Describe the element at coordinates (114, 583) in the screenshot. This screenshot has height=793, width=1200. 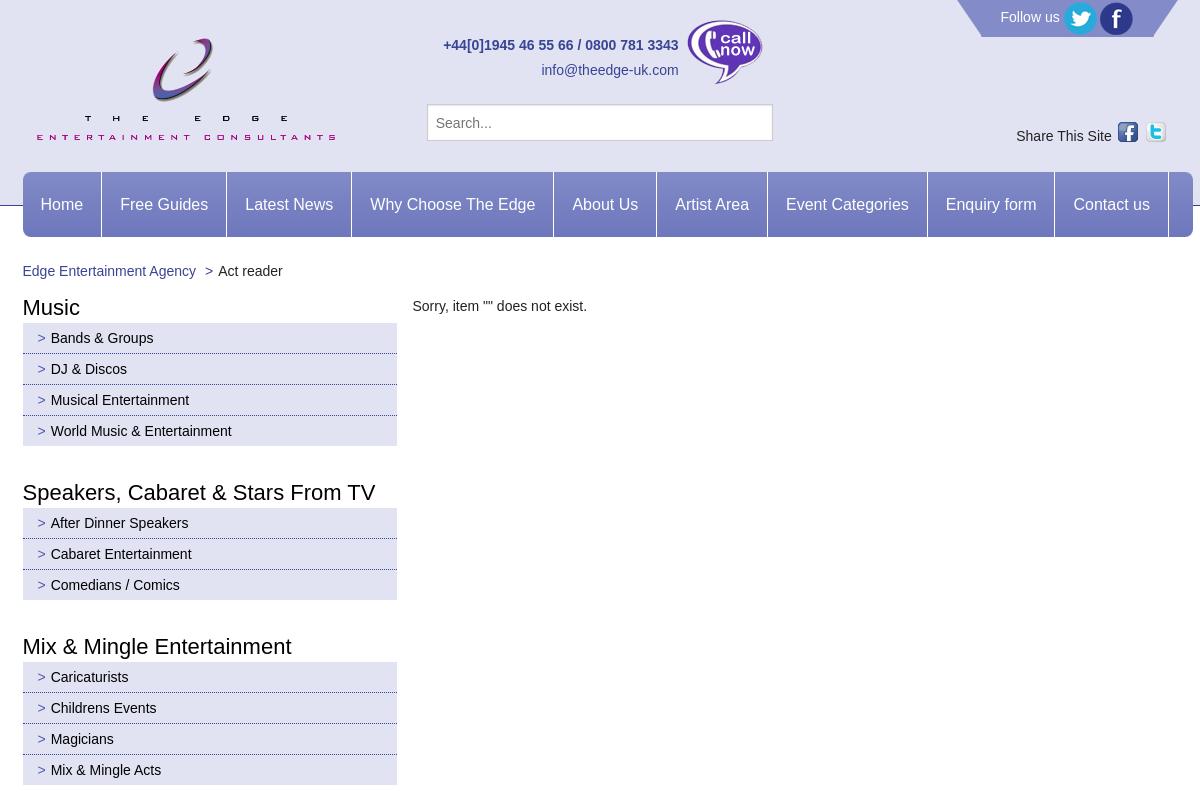
I see `'Comedians / Comics'` at that location.